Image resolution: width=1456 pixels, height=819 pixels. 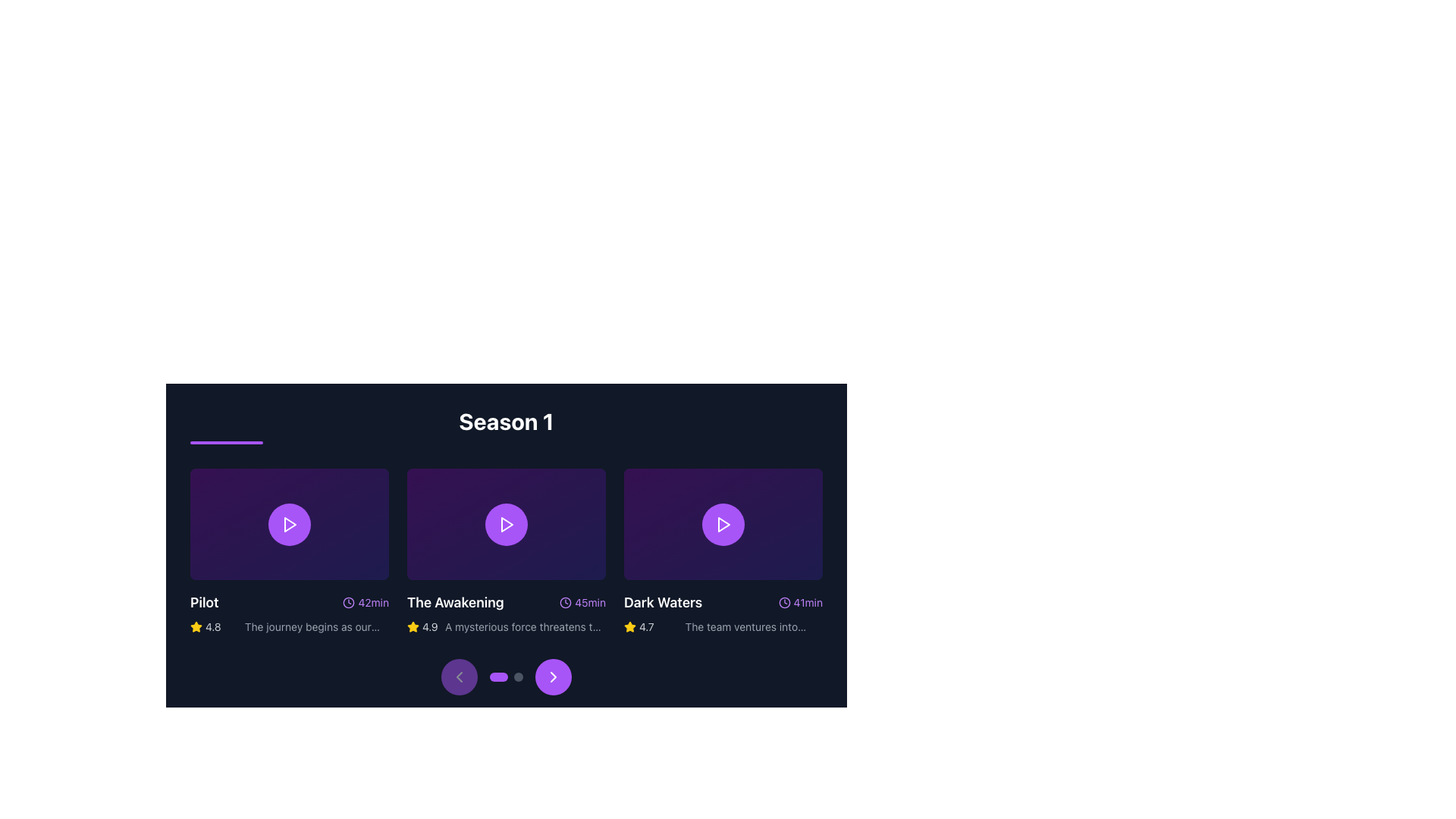 What do you see at coordinates (454, 602) in the screenshot?
I see `the text label titled 'The Awakening', which is styled in white bold font and located on a dark background, positioned to the left of the runtime indication` at bounding box center [454, 602].